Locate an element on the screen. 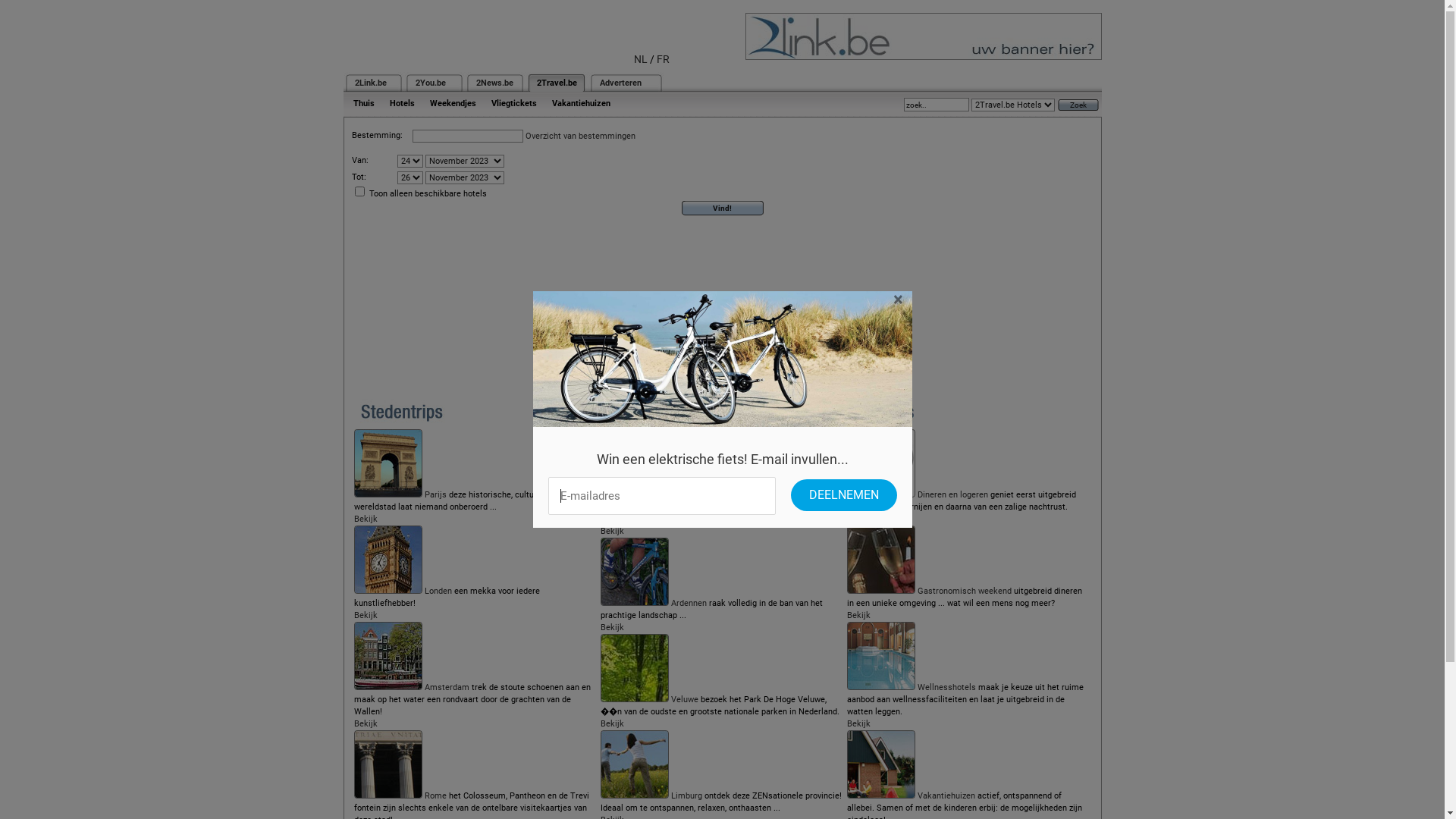 This screenshot has width=1456, height=819. 'Veluwe' is located at coordinates (683, 699).